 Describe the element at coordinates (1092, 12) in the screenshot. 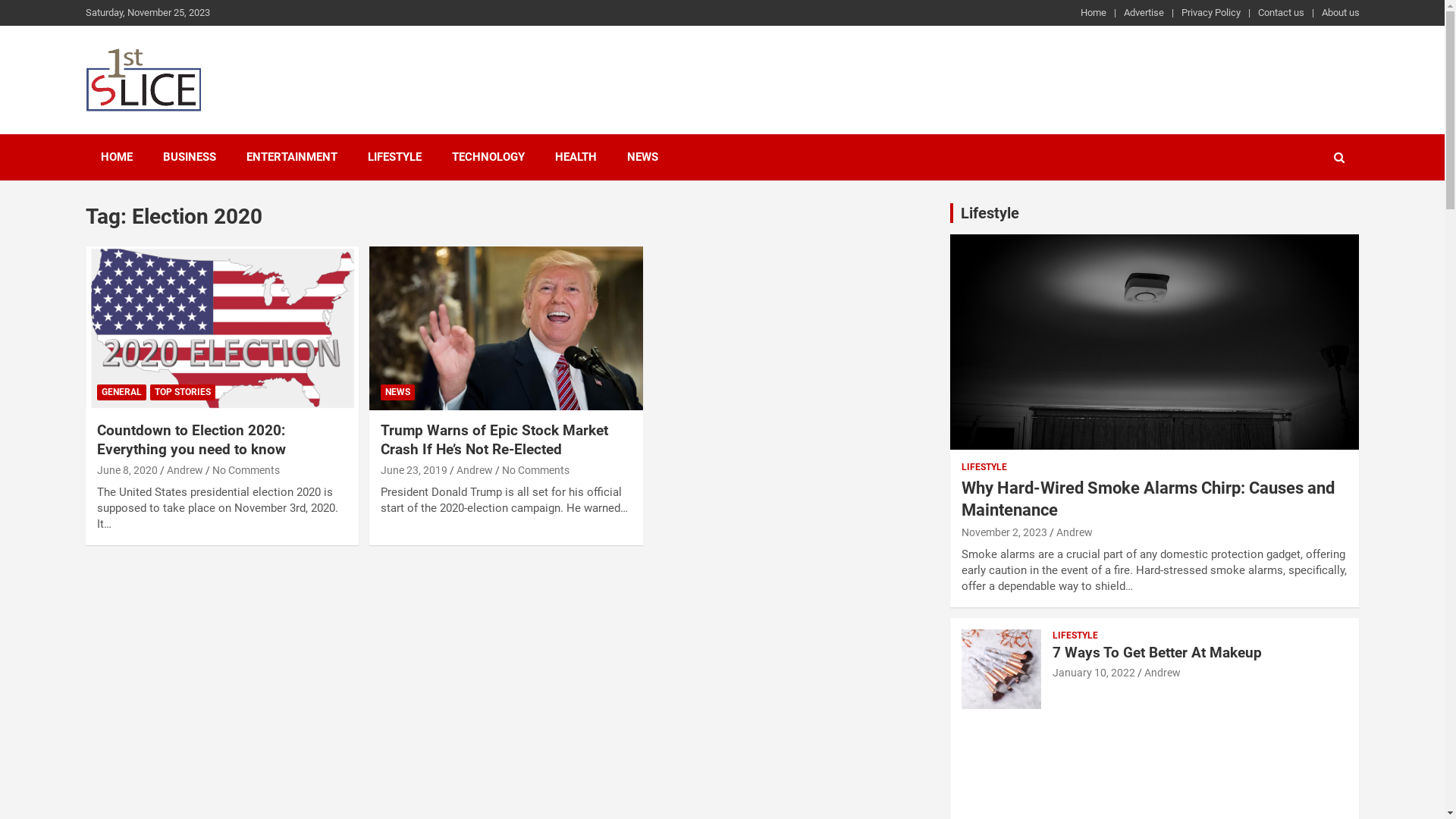

I see `'Home'` at that location.